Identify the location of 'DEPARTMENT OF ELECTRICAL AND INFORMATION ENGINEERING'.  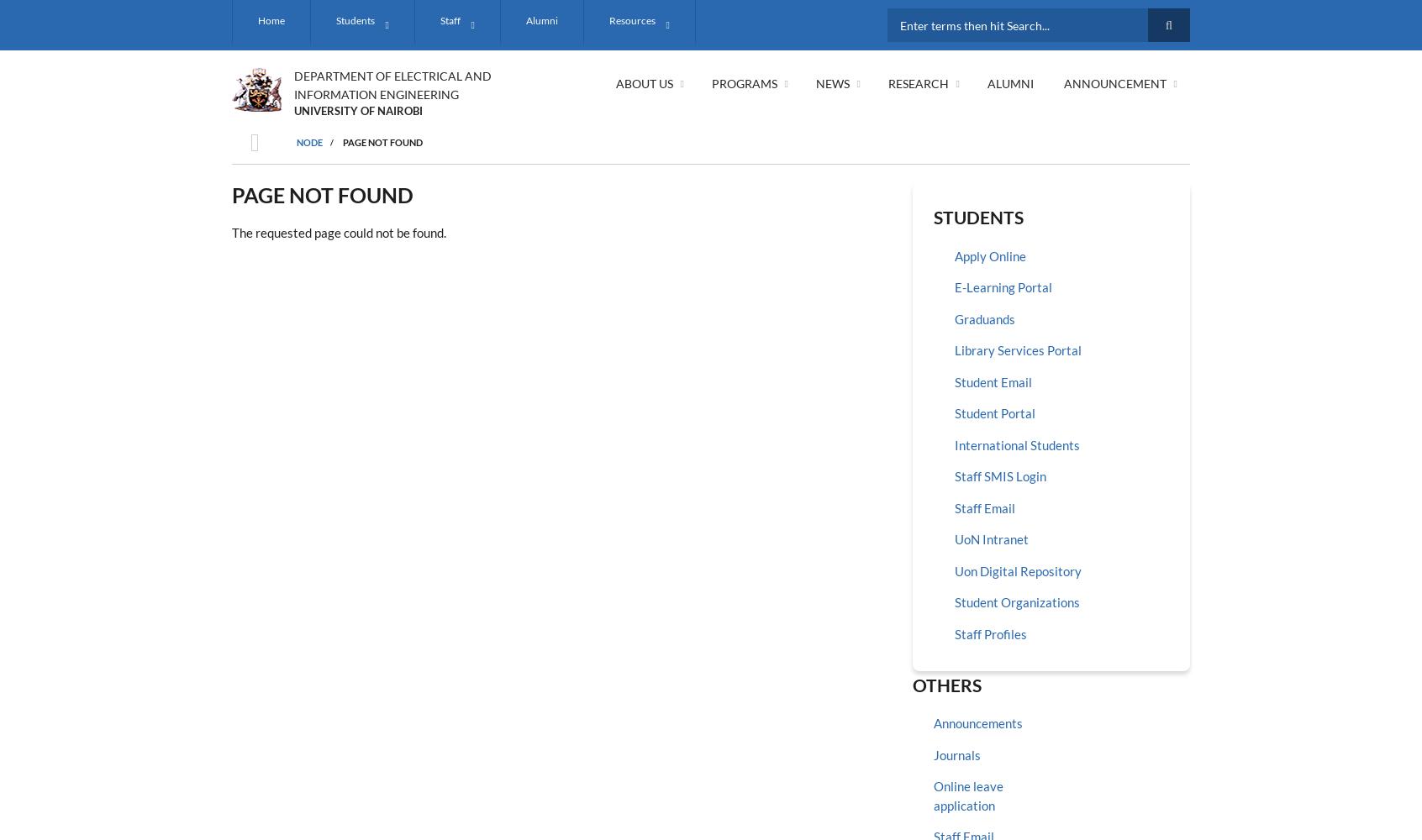
(392, 84).